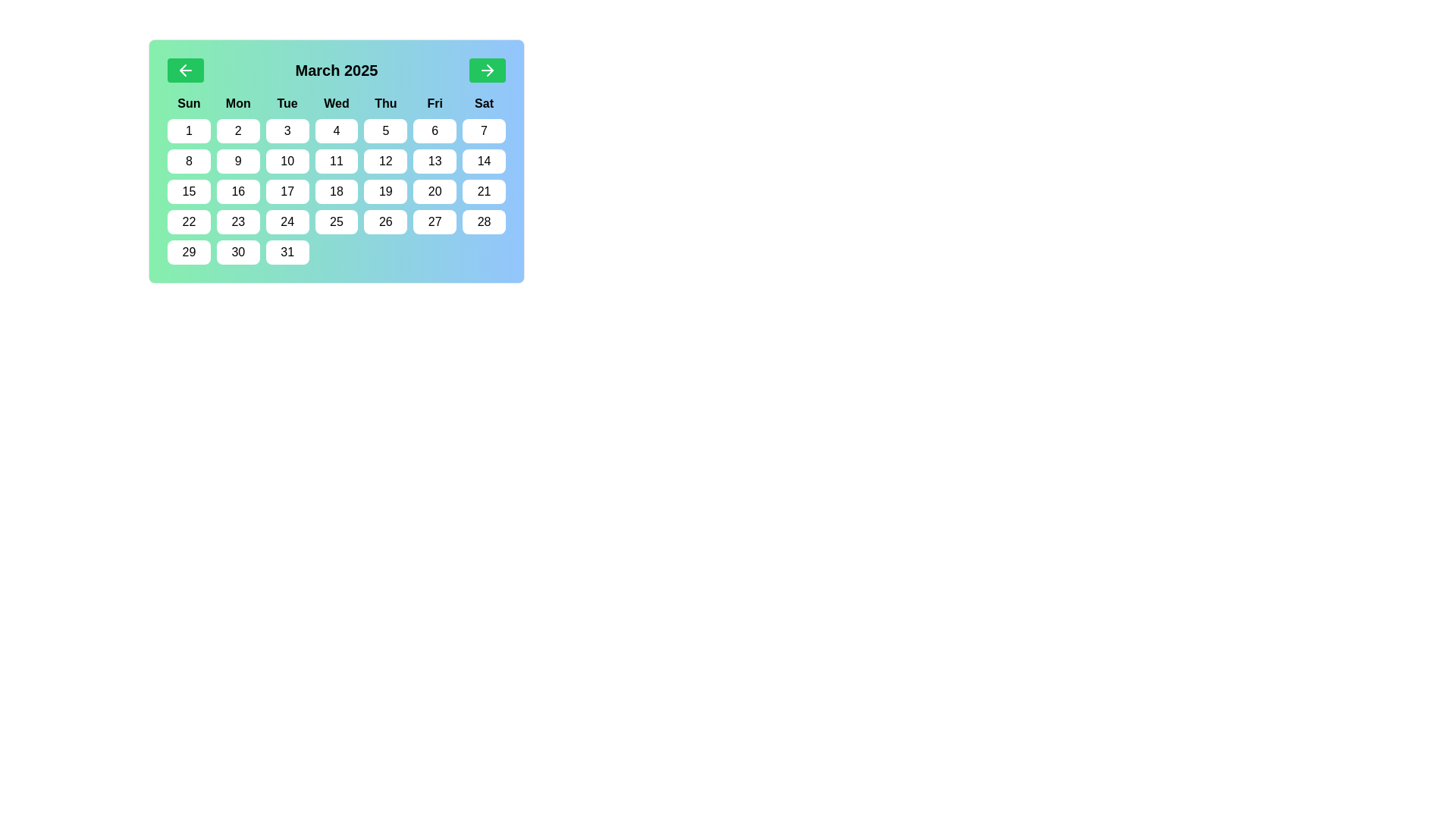 This screenshot has height=819, width=1456. What do you see at coordinates (287, 222) in the screenshot?
I see `the button representing the calendar date '24'` at bounding box center [287, 222].